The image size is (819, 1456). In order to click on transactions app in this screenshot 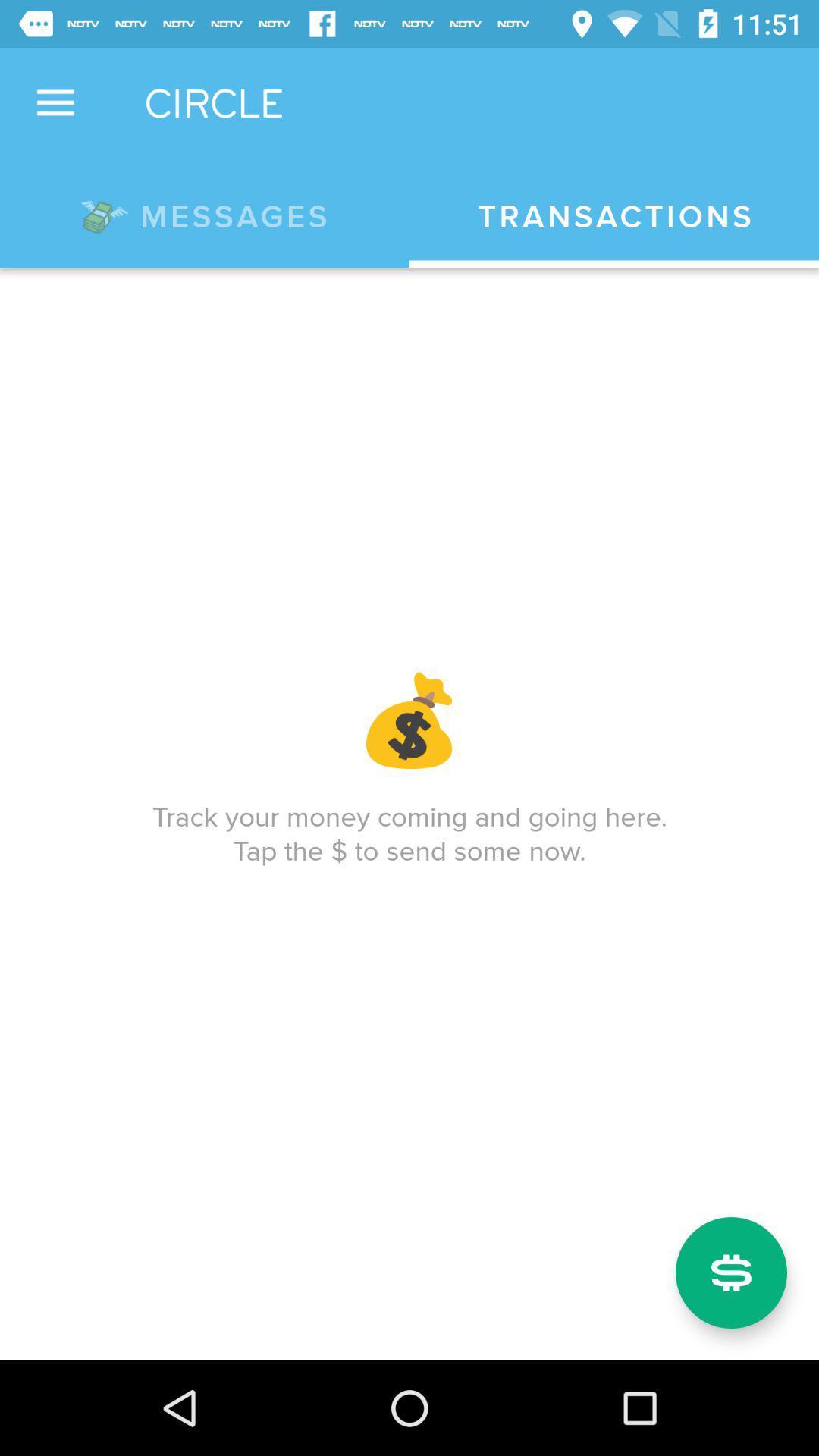, I will do `click(614, 216)`.